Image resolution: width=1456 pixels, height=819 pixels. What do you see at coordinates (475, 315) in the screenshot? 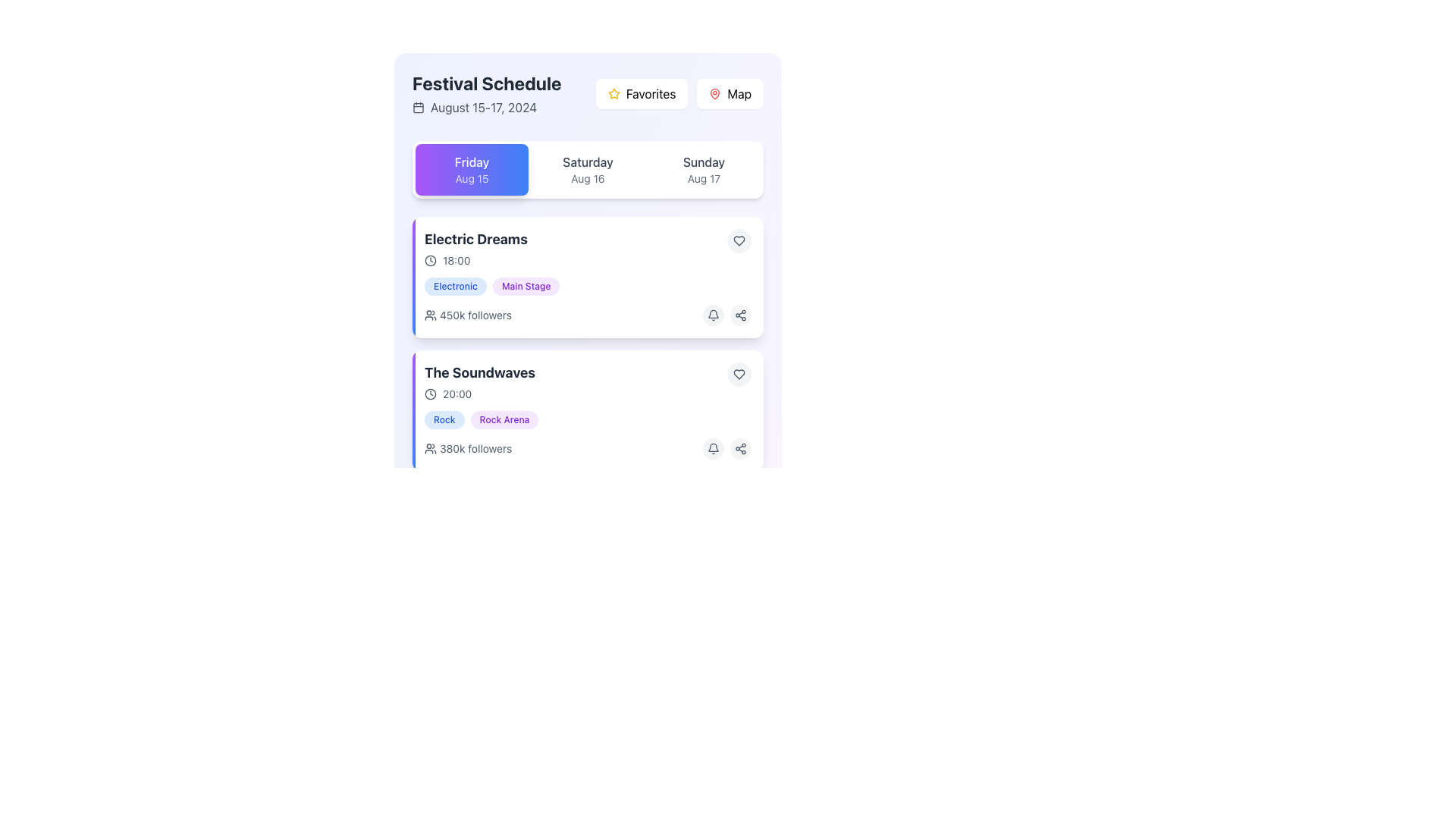
I see `content displayed in the text label that shows the total number of followers for the 'Electric Dreams' event, positioned on the left side of the content card, beneath the event's time, genre tags, and location` at bounding box center [475, 315].